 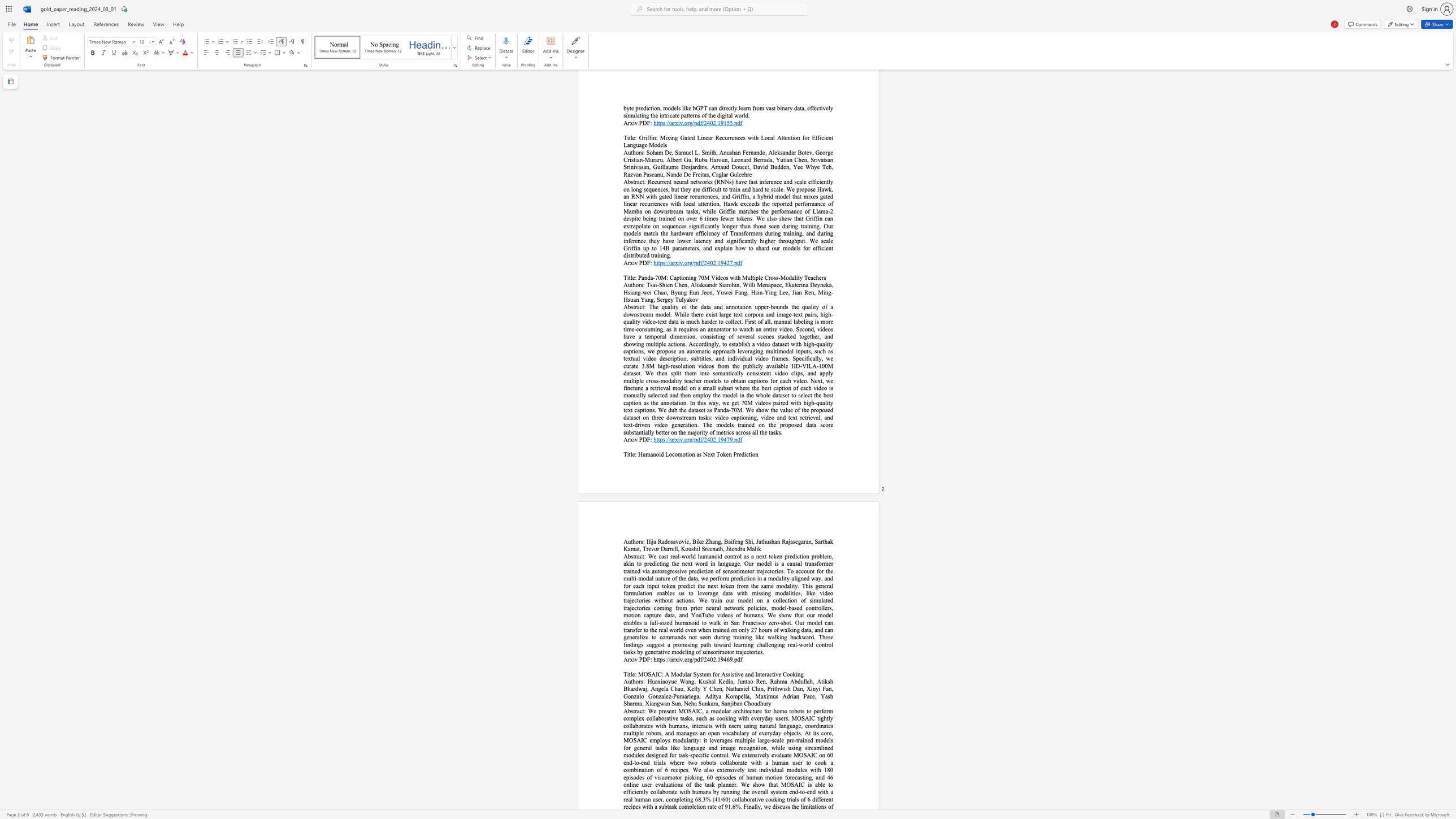 What do you see at coordinates (634, 659) in the screenshot?
I see `the subset text "v P" within the text "Arxiv PDF:"` at bounding box center [634, 659].